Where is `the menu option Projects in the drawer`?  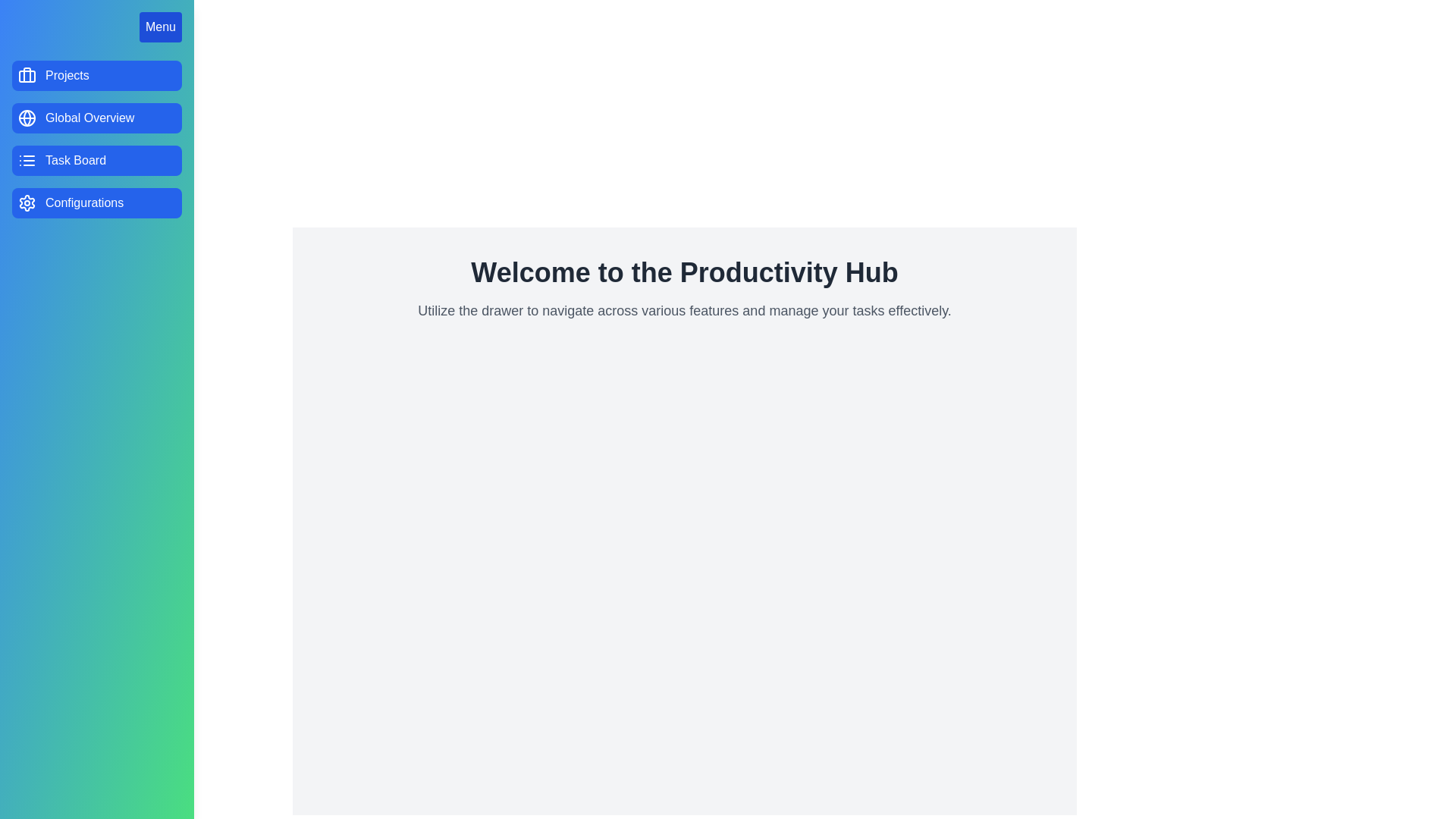
the menu option Projects in the drawer is located at coordinates (96, 76).